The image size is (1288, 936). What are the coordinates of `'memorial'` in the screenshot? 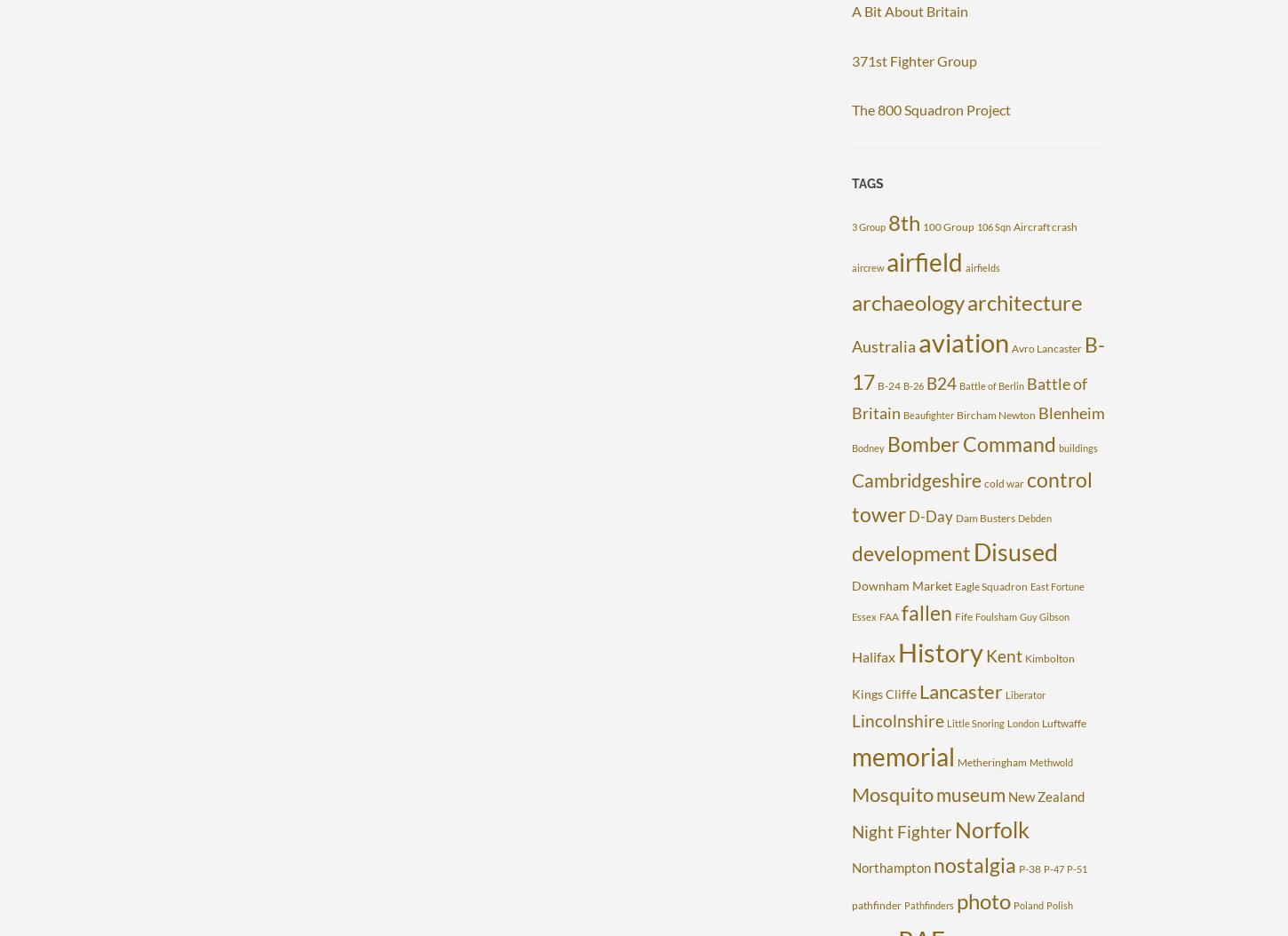 It's located at (903, 756).